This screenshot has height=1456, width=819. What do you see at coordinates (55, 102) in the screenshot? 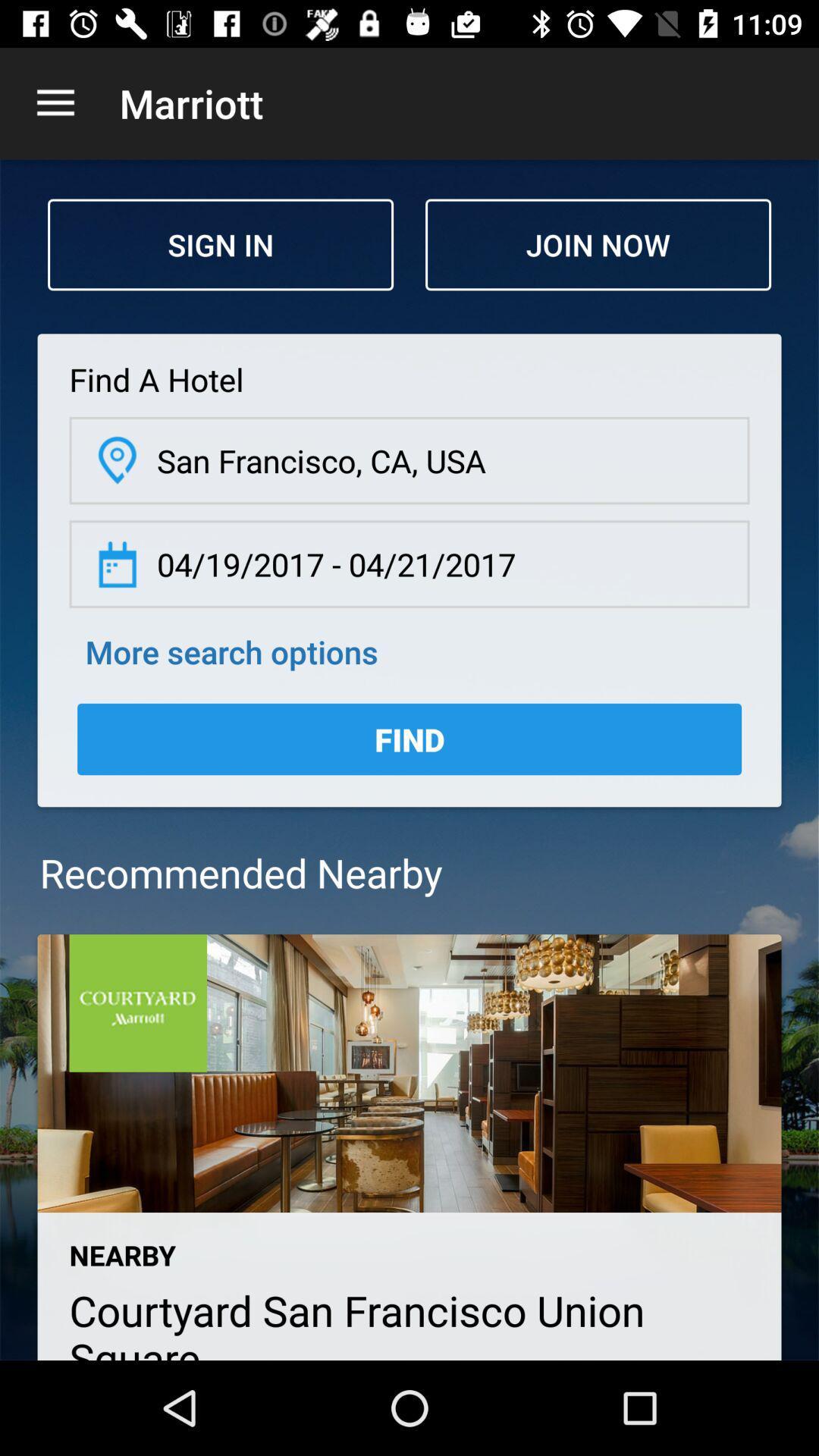
I see `app next to marriott` at bounding box center [55, 102].